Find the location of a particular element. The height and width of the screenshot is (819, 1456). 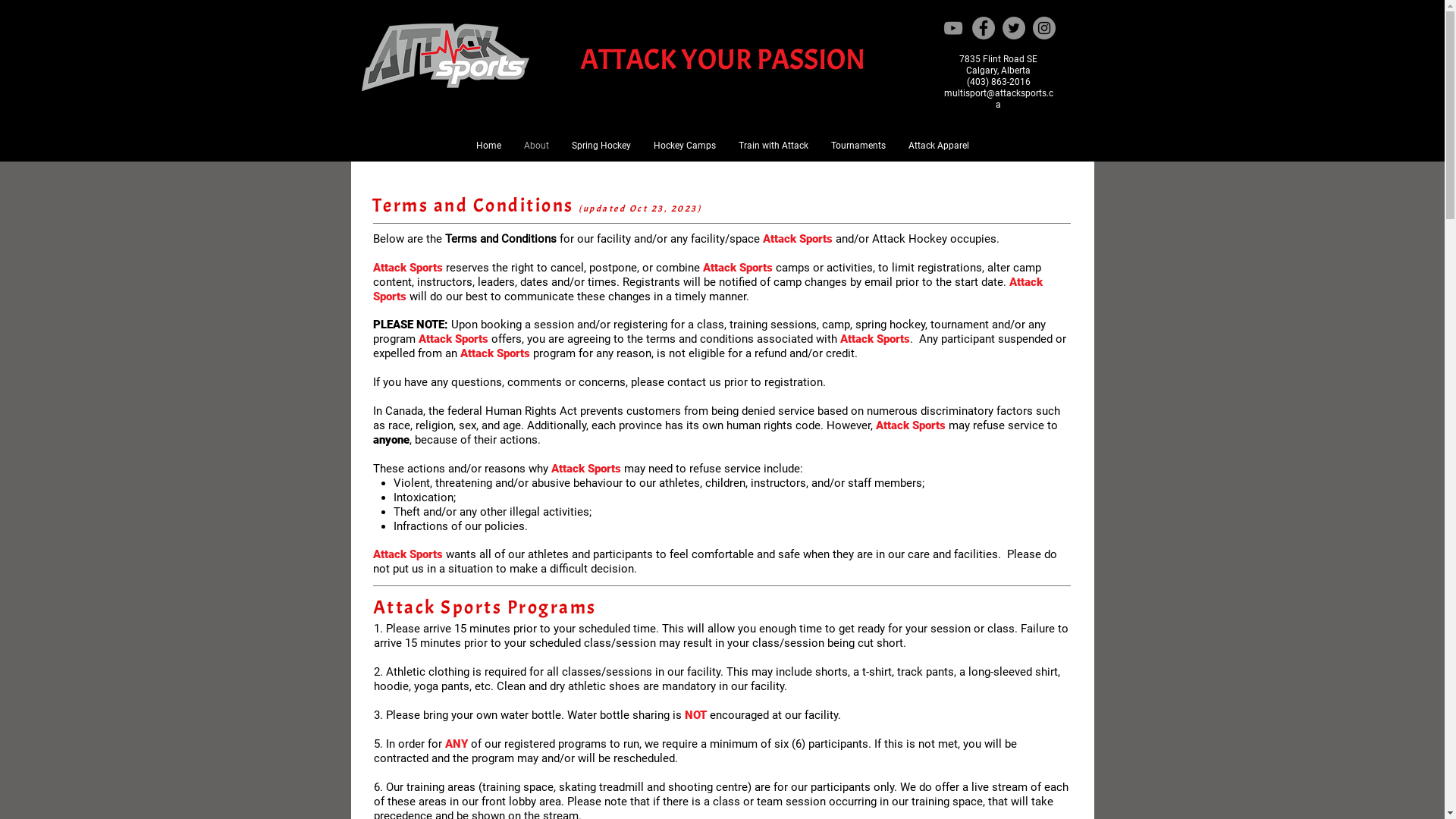

'Home' is located at coordinates (488, 146).